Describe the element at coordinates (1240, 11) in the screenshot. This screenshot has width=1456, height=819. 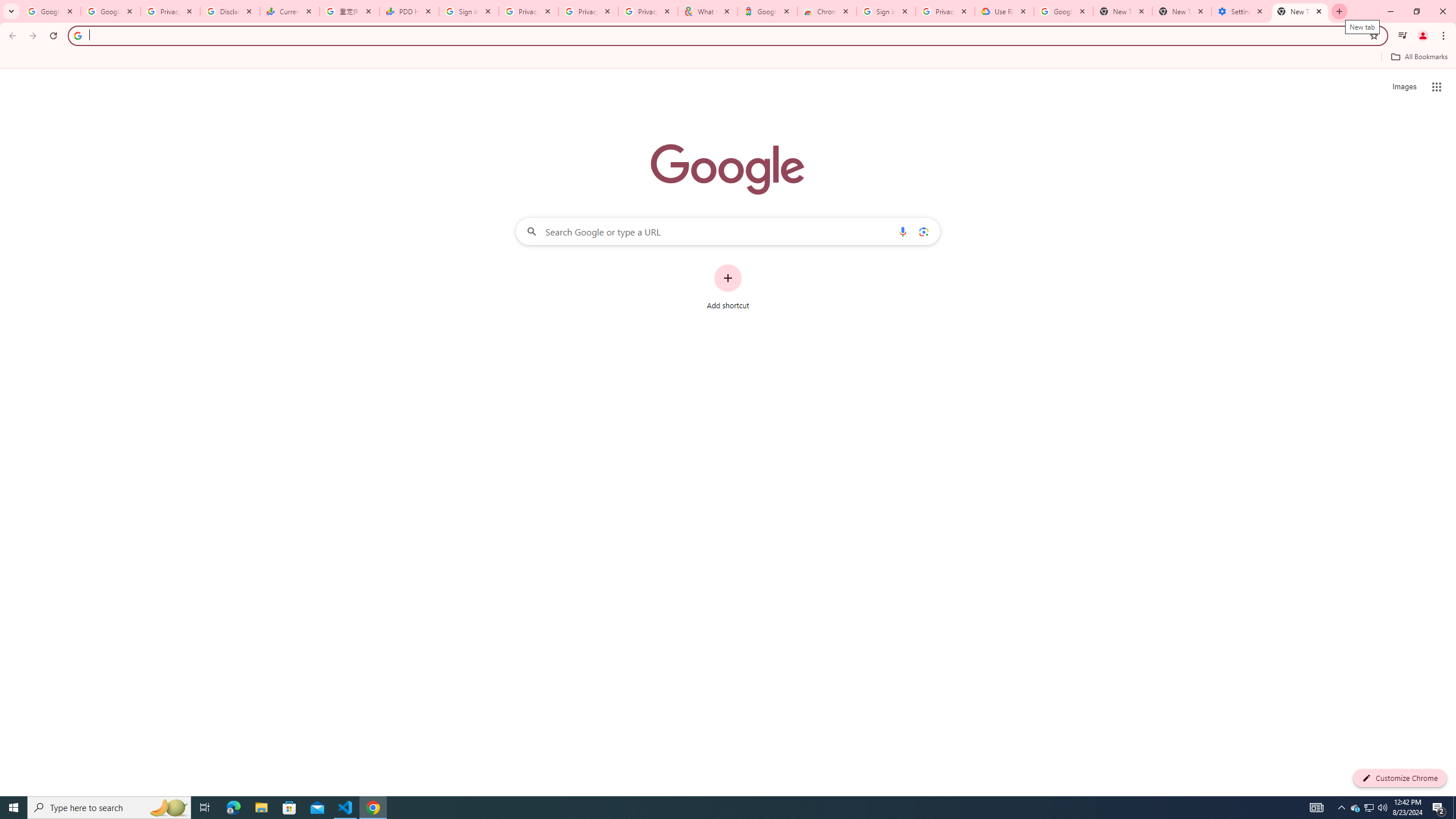
I see `'Settings - System'` at that location.